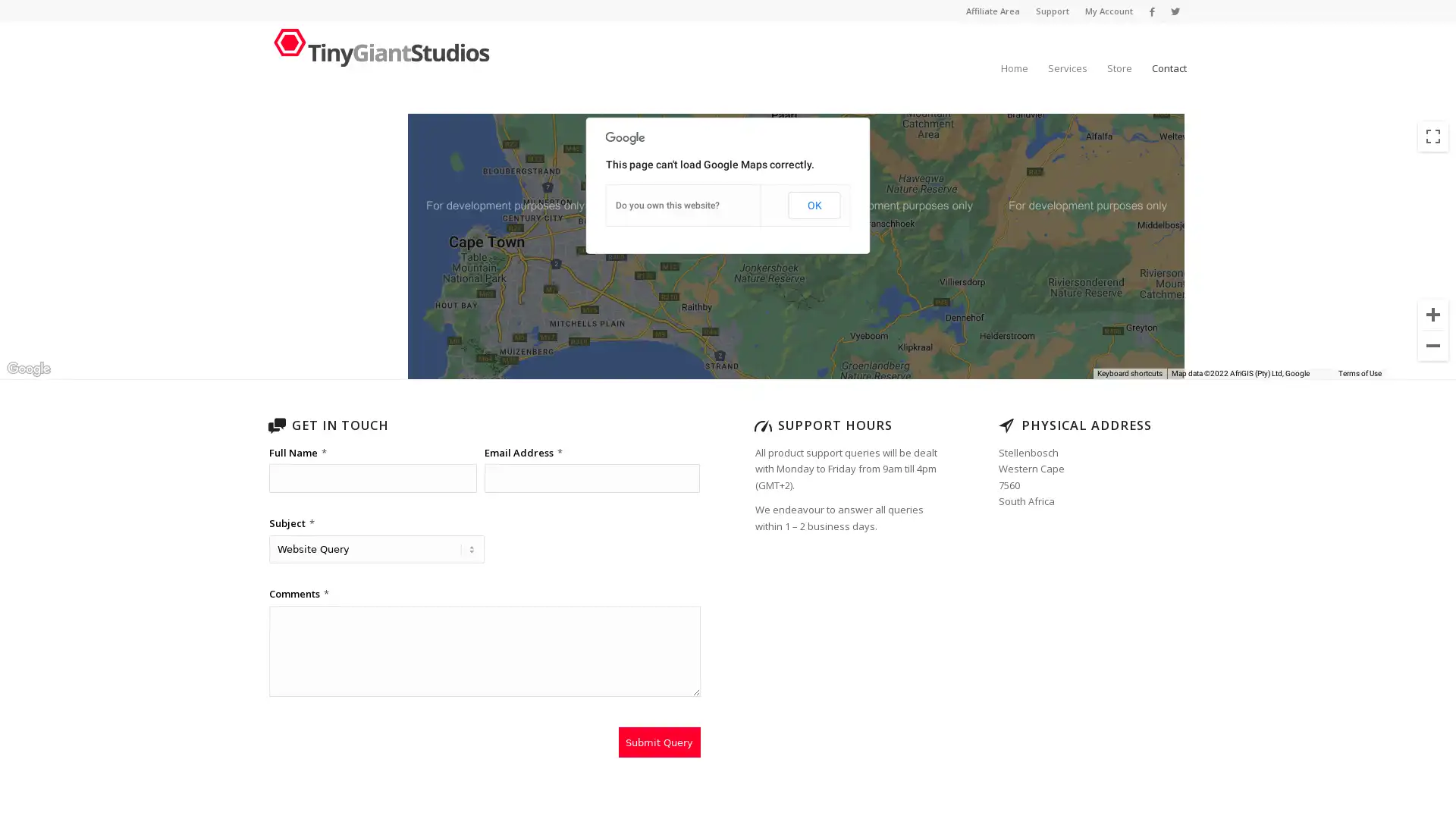  Describe the element at coordinates (1432, 136) in the screenshot. I see `Toggle fullscreen view` at that location.